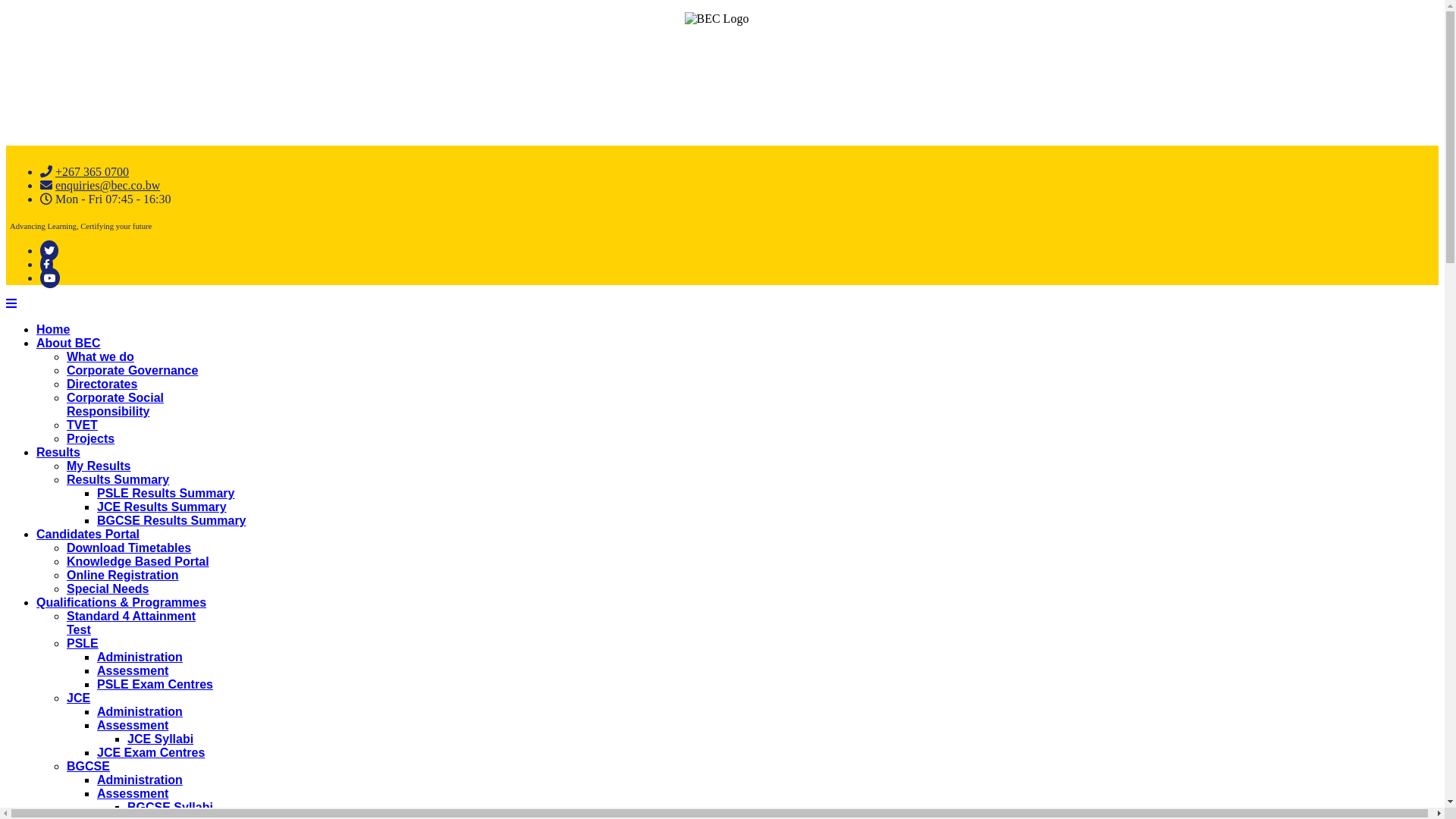 The width and height of the screenshot is (1456, 819). What do you see at coordinates (67, 343) in the screenshot?
I see `'About BEC'` at bounding box center [67, 343].